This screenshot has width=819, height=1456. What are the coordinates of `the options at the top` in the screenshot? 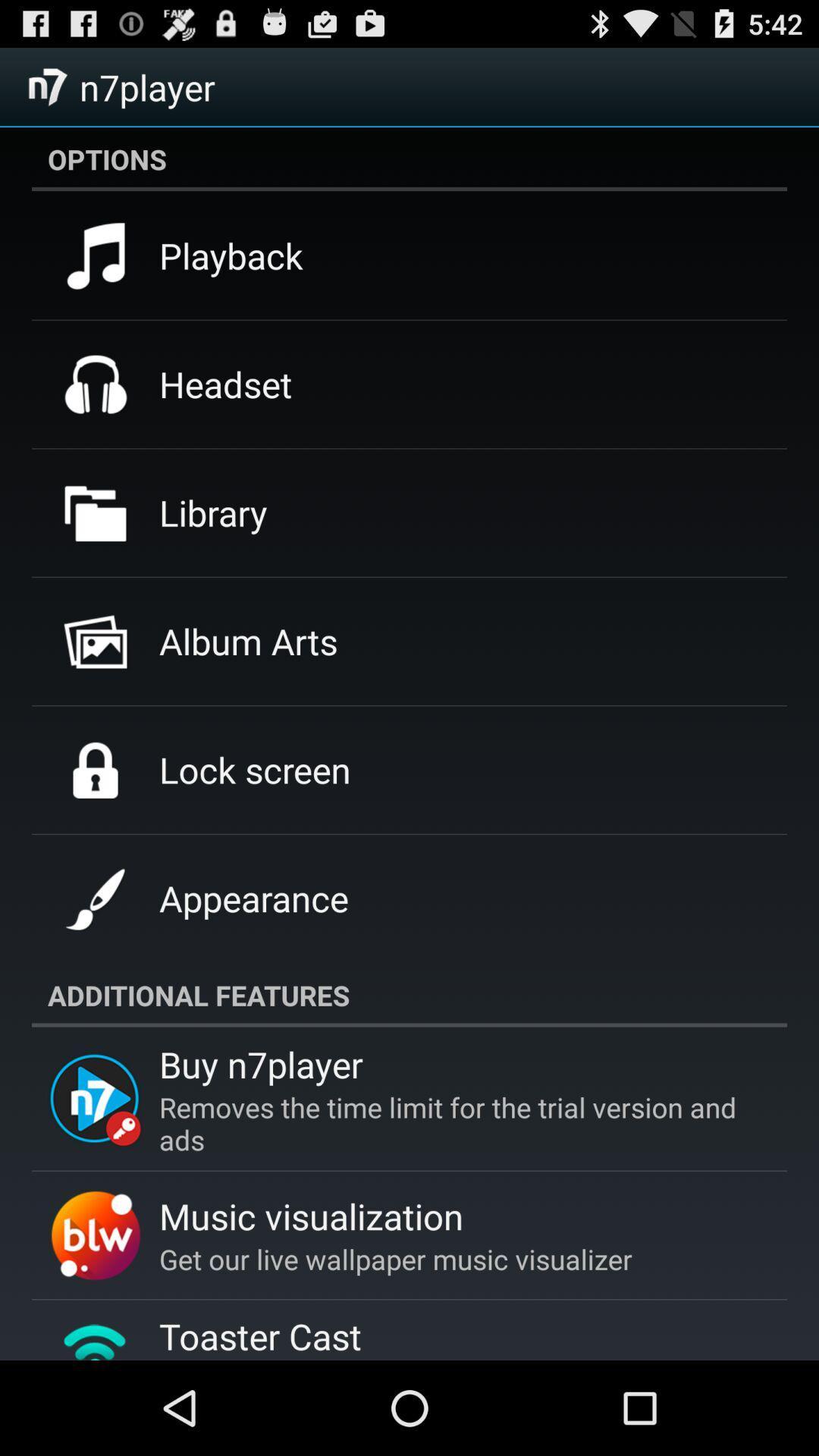 It's located at (409, 159).